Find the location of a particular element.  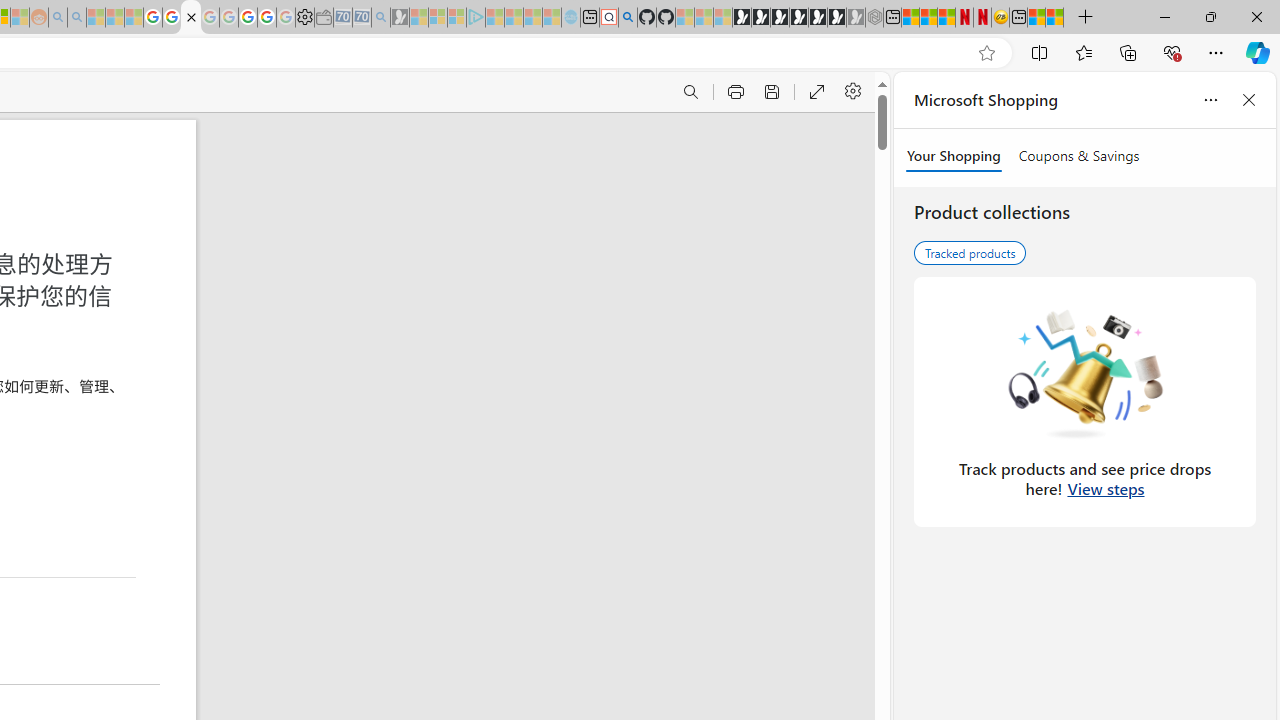

'Enter PDF full screen' is located at coordinates (816, 92).